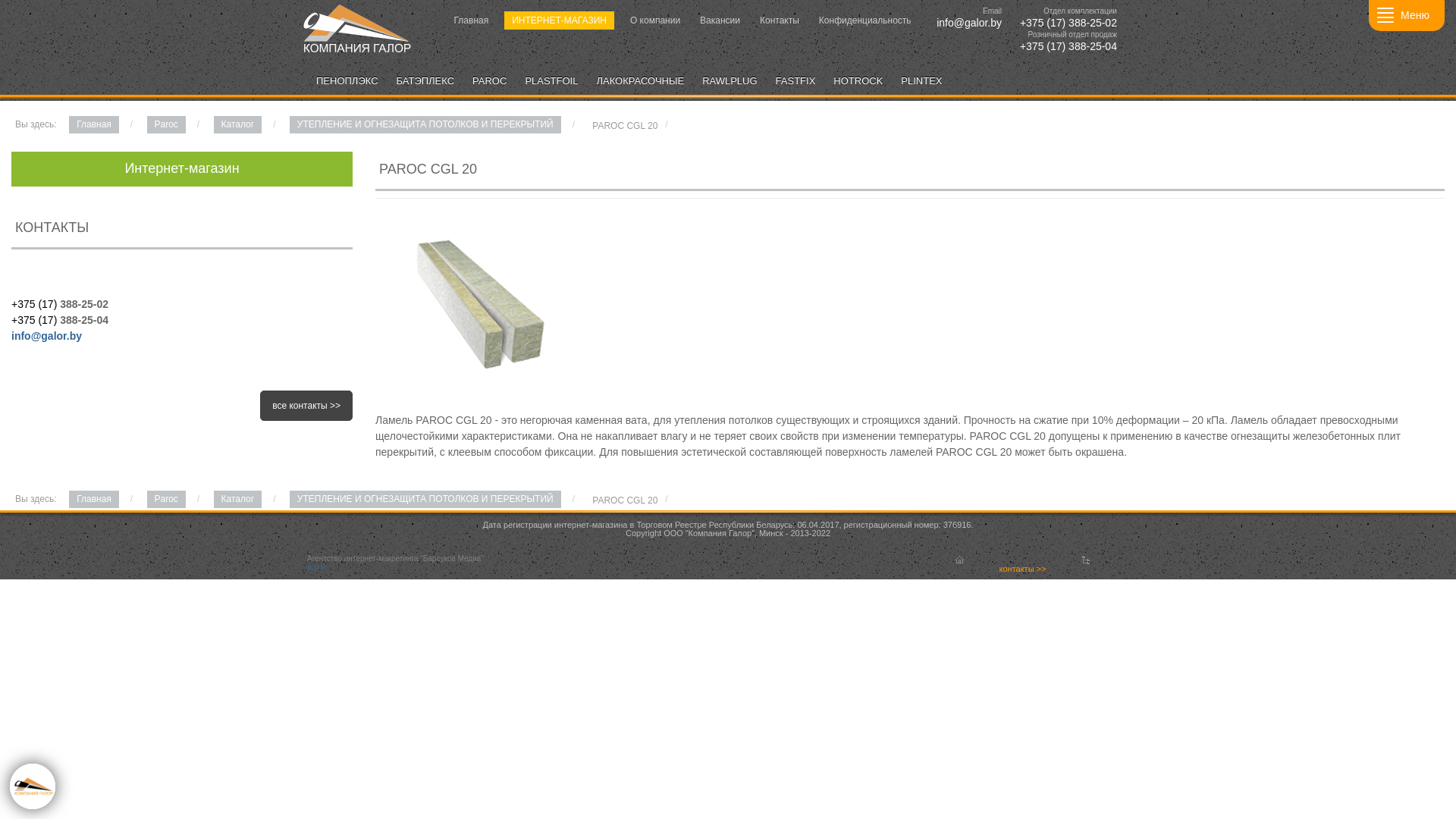 This screenshot has width=1456, height=819. Describe the element at coordinates (166, 499) in the screenshot. I see `'Paroc'` at that location.